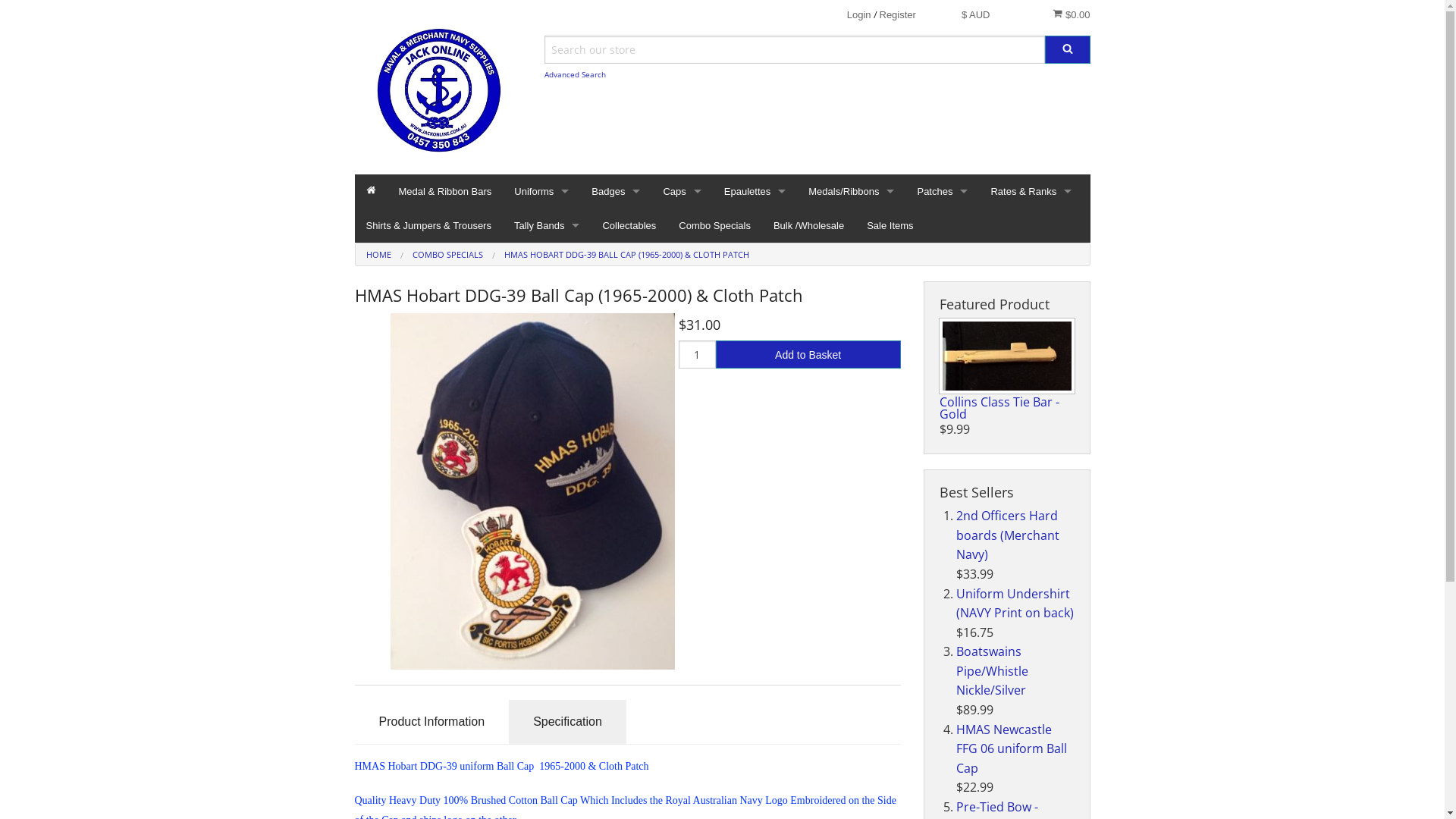 This screenshot has width=1456, height=819. Describe the element at coordinates (502, 415) in the screenshot. I see `'Lanyards'` at that location.